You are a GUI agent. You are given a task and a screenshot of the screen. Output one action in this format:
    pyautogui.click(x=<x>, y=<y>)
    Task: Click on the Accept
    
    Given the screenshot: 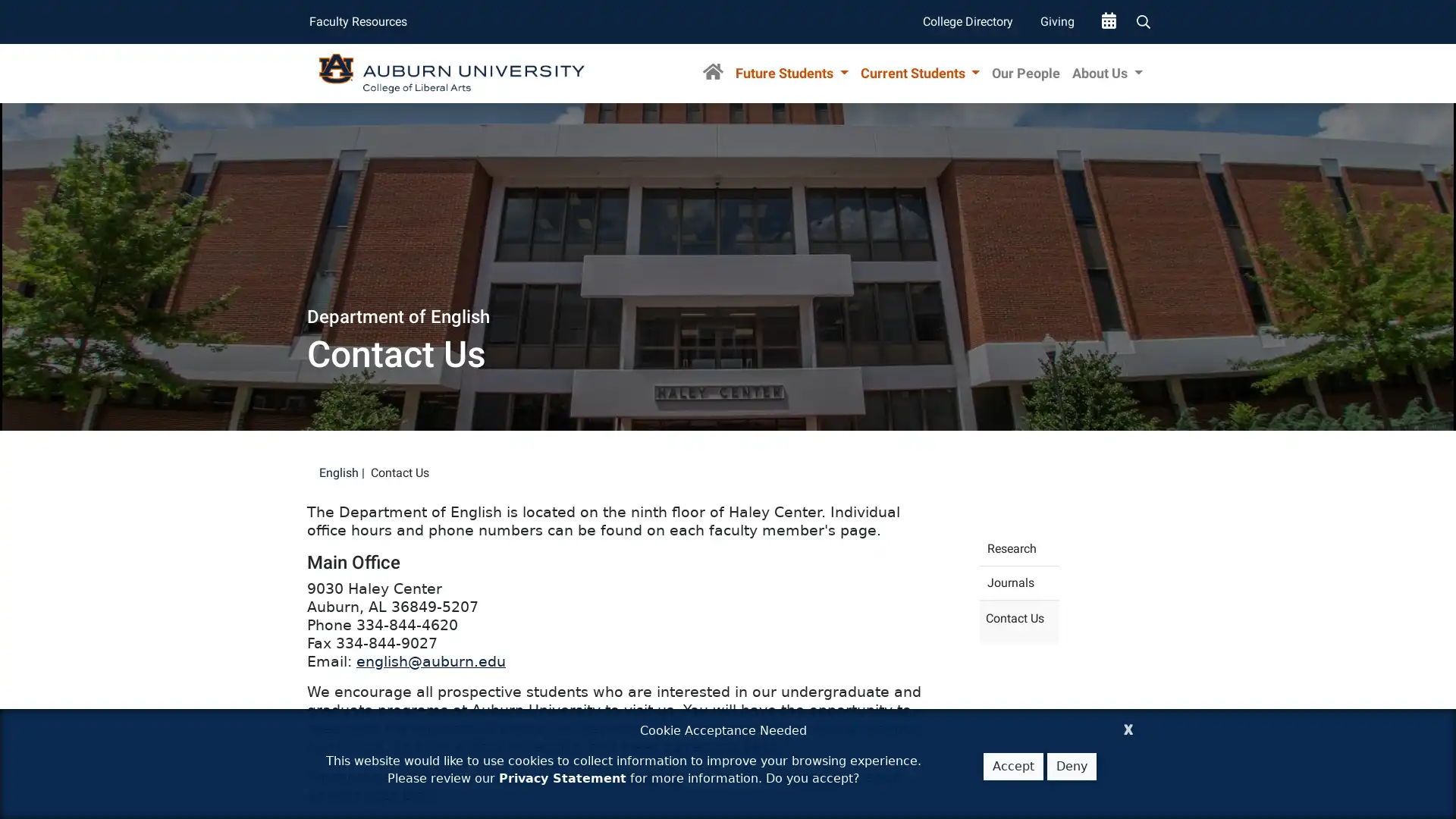 What is the action you would take?
    pyautogui.click(x=1013, y=766)
    